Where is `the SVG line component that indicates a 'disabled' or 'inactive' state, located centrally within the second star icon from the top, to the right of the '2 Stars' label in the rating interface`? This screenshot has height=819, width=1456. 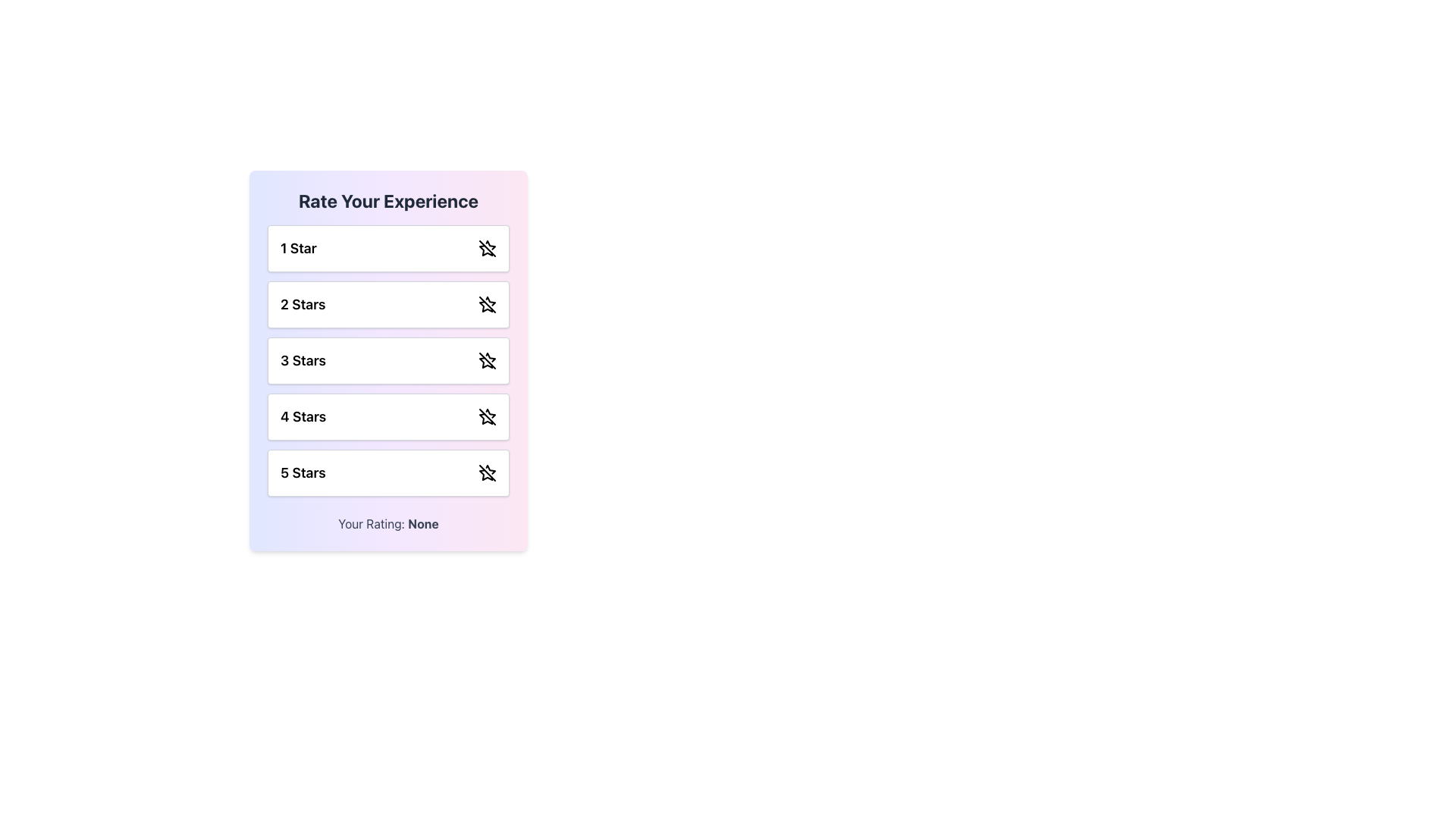
the SVG line component that indicates a 'disabled' or 'inactive' state, located centrally within the second star icon from the top, to the right of the '2 Stars' label in the rating interface is located at coordinates (488, 304).